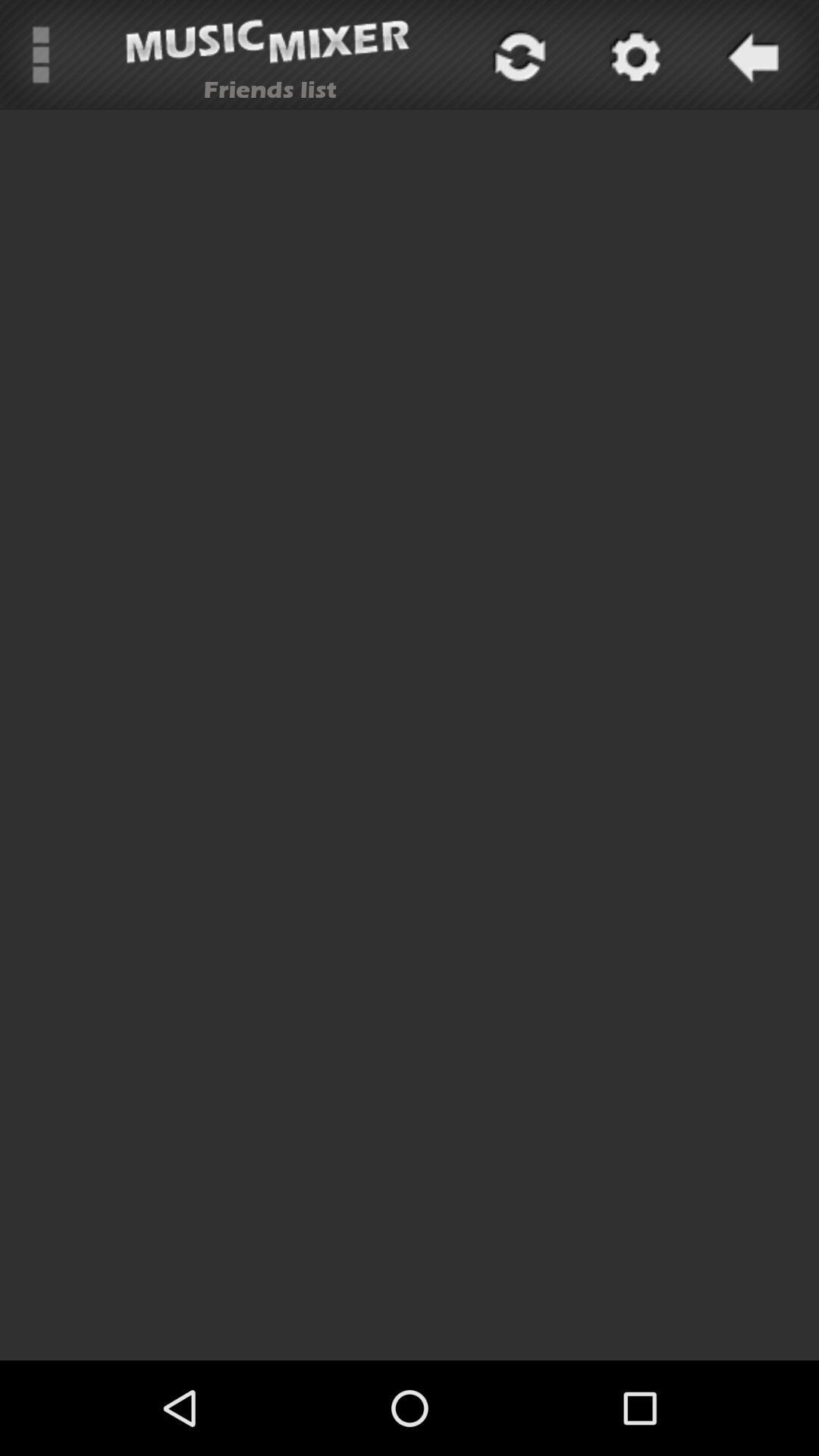 This screenshot has width=819, height=1456. What do you see at coordinates (633, 55) in the screenshot?
I see `open settings` at bounding box center [633, 55].